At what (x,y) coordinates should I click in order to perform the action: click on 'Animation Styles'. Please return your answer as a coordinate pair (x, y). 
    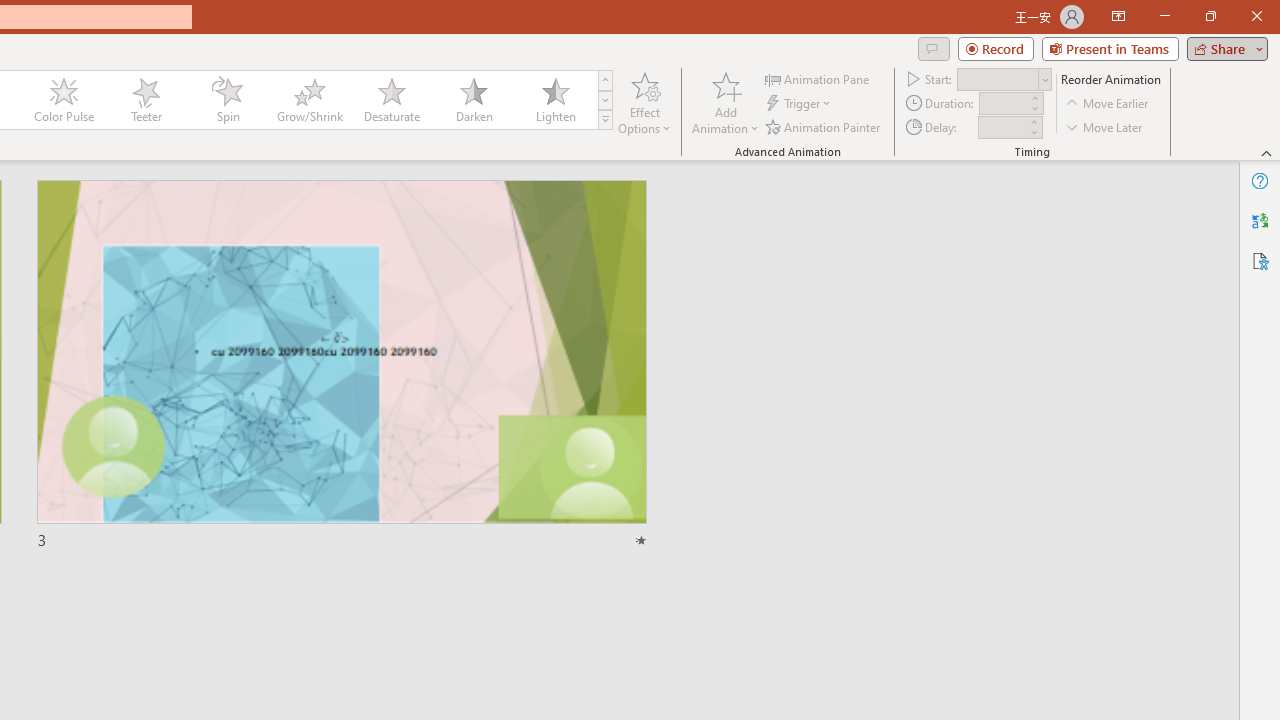
    Looking at the image, I should click on (604, 120).